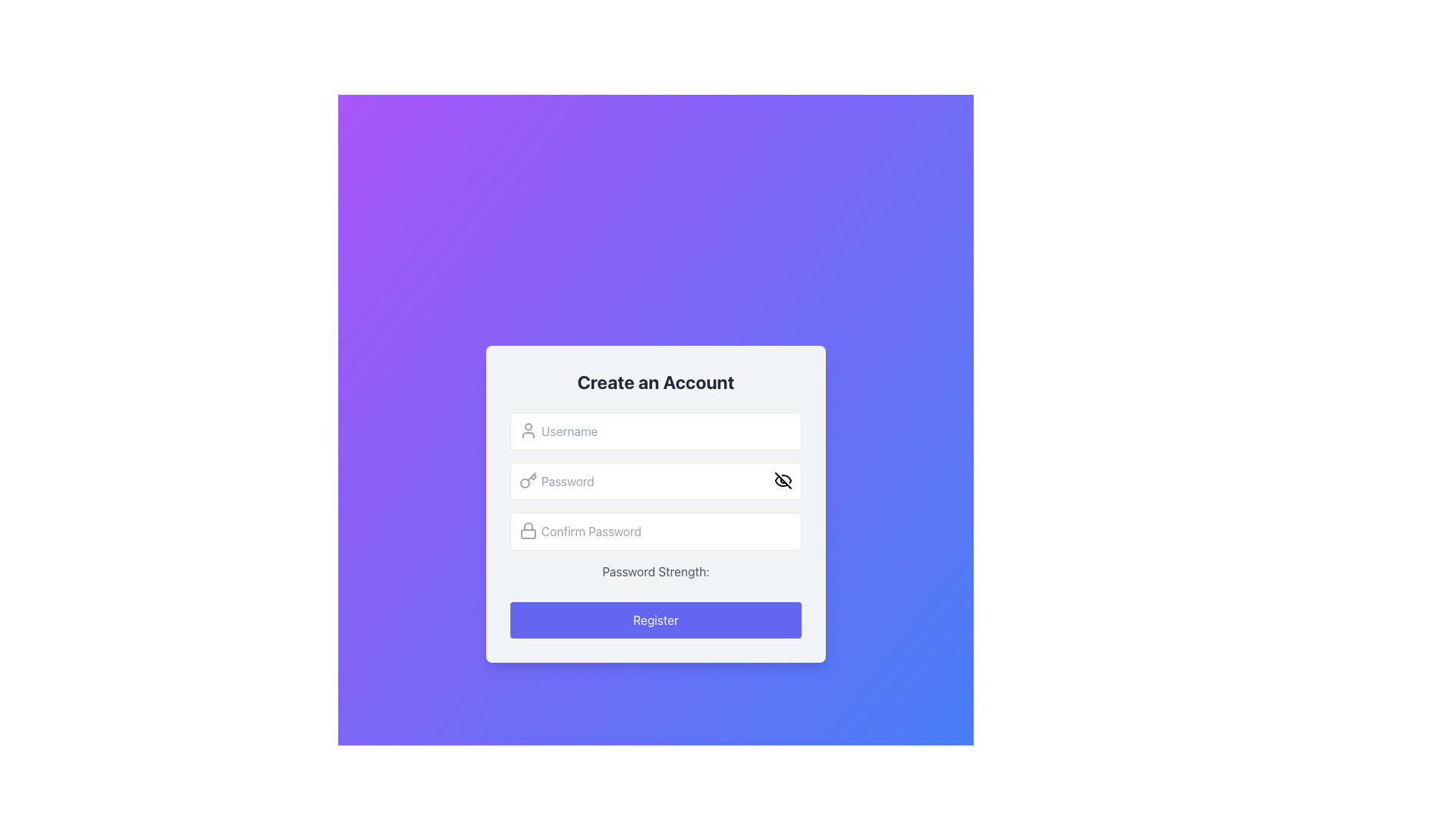 The height and width of the screenshot is (819, 1456). Describe the element at coordinates (655, 482) in the screenshot. I see `the Password Input Field, which is a rectangular input field with rounded corners and a light gray border, located below the Username input field to set the focus` at that location.